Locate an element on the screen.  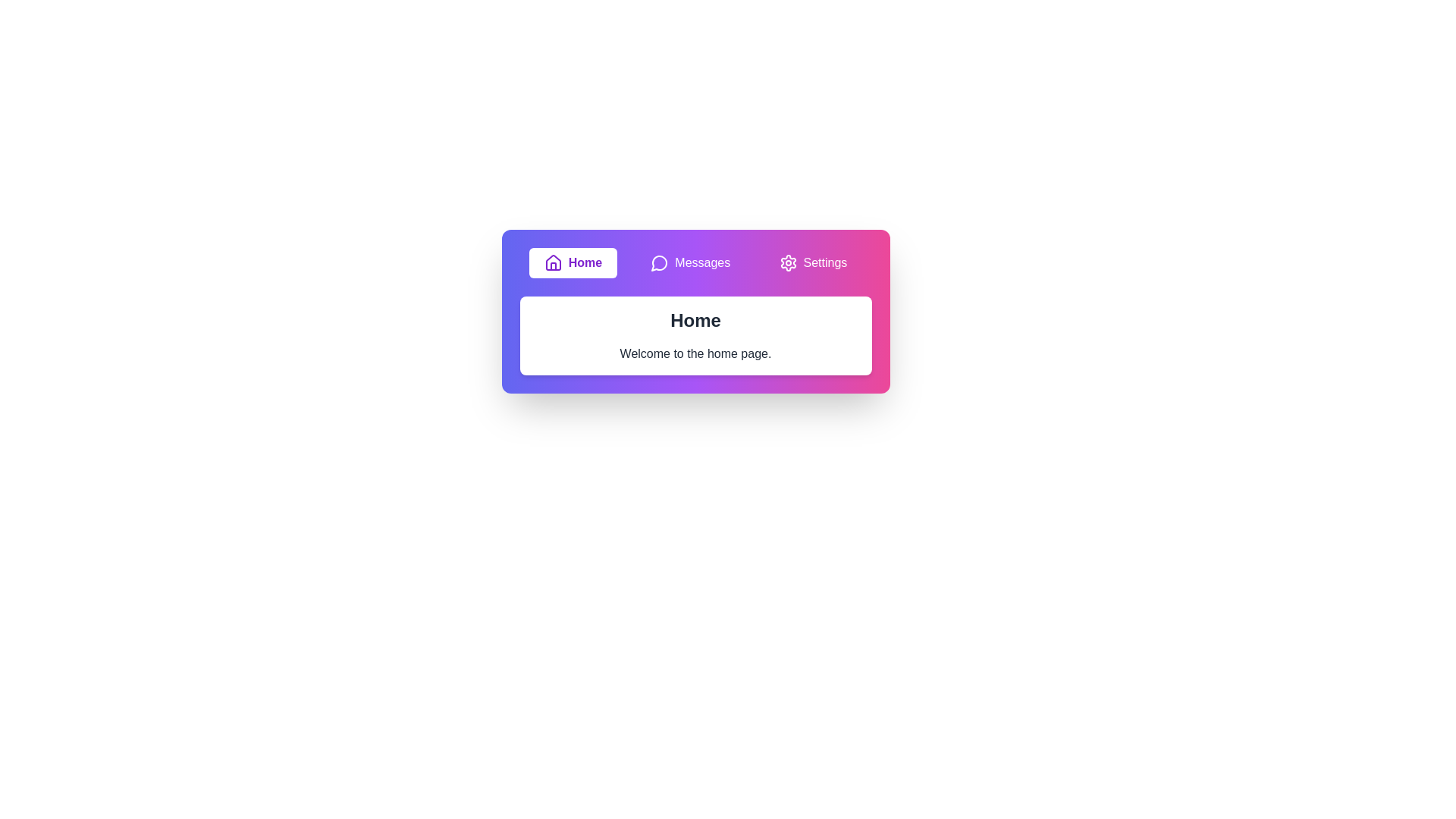
the 'Home' text label, which is displayed in purple color and is styled with a standard sans-serif font is located at coordinates (584, 262).